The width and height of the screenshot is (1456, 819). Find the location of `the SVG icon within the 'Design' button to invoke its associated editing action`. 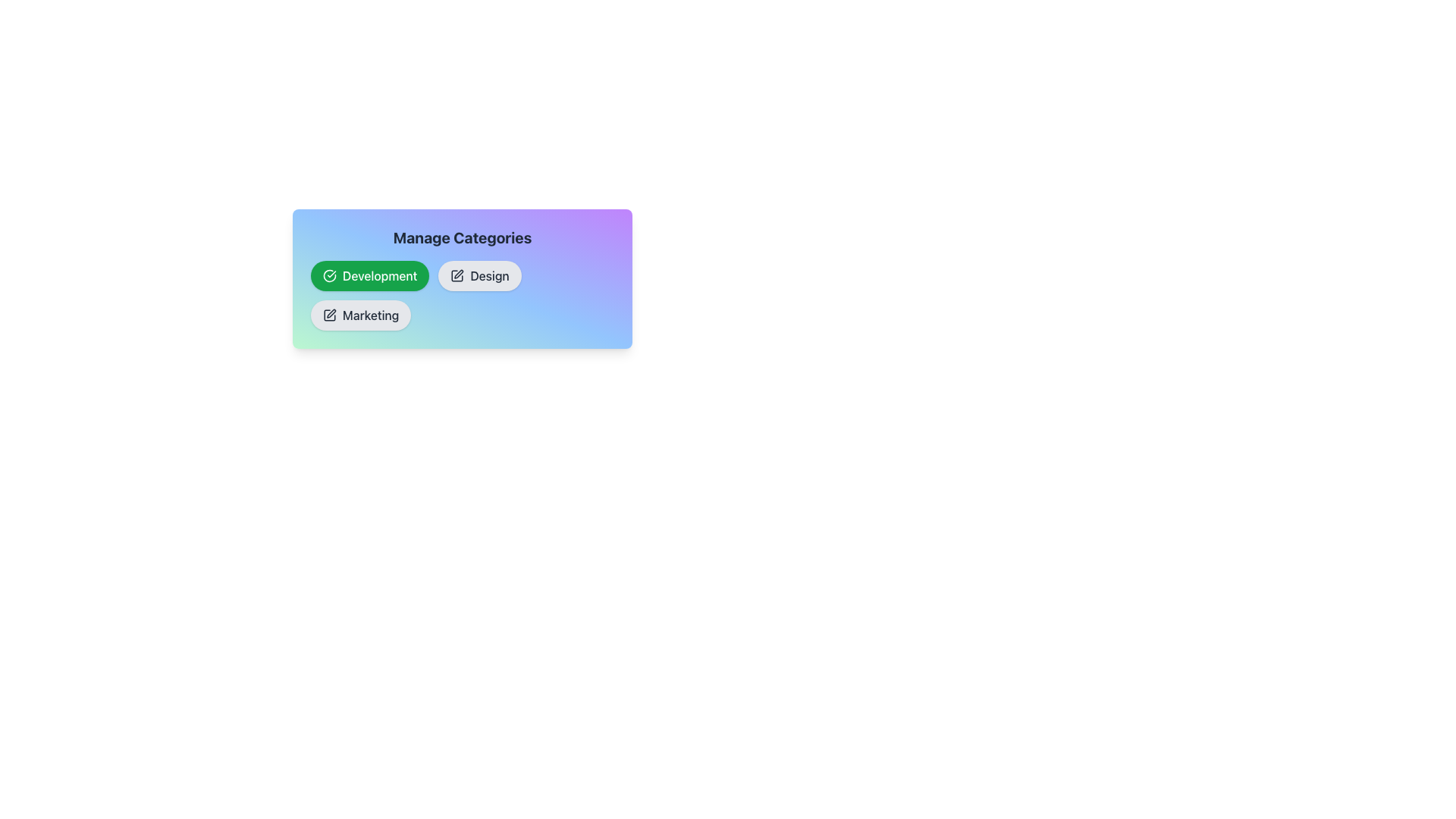

the SVG icon within the 'Design' button to invoke its associated editing action is located at coordinates (457, 275).